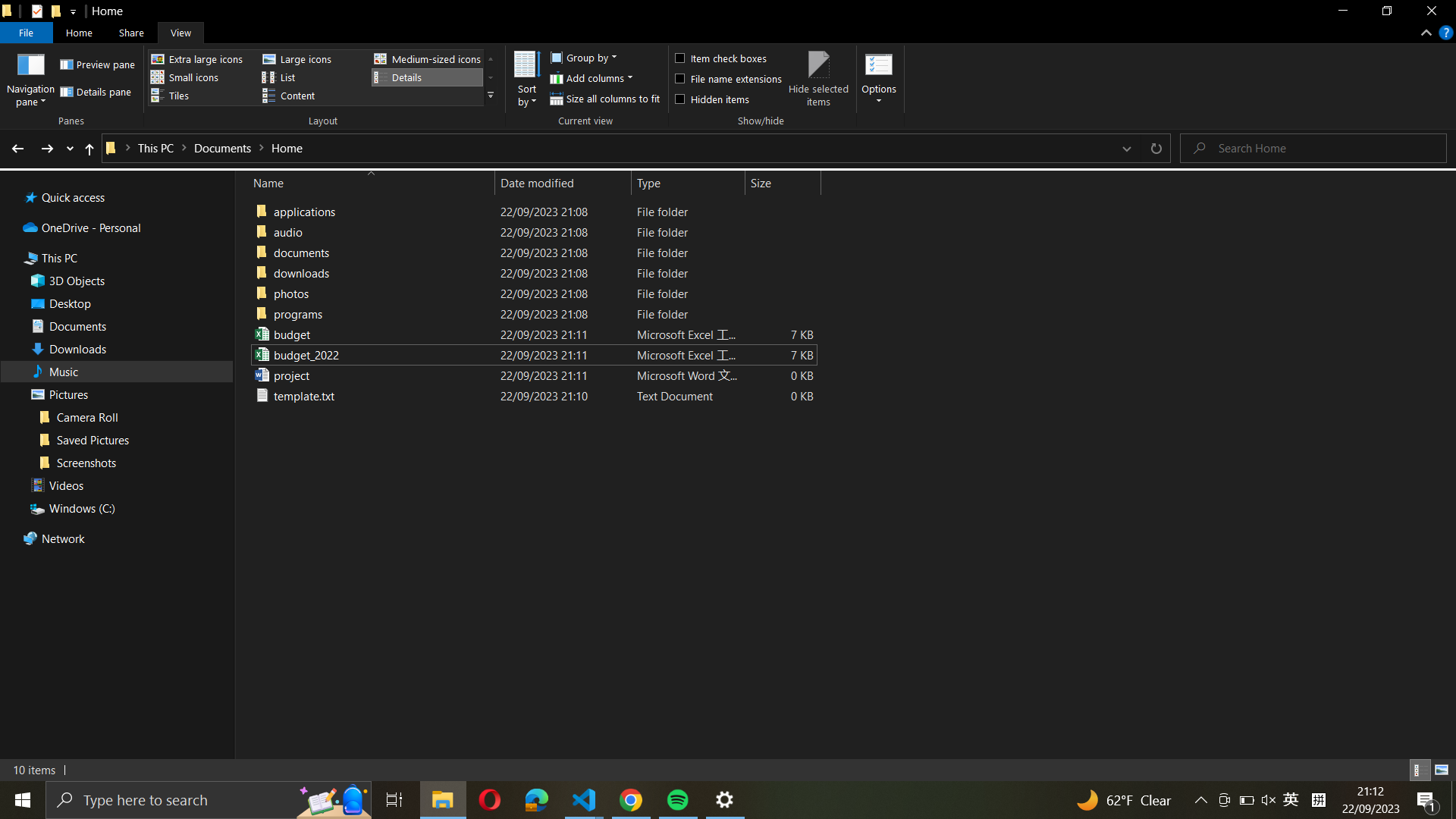 Image resolution: width=1456 pixels, height=819 pixels. What do you see at coordinates (309, 58) in the screenshot?
I see `Enlarge to big icons` at bounding box center [309, 58].